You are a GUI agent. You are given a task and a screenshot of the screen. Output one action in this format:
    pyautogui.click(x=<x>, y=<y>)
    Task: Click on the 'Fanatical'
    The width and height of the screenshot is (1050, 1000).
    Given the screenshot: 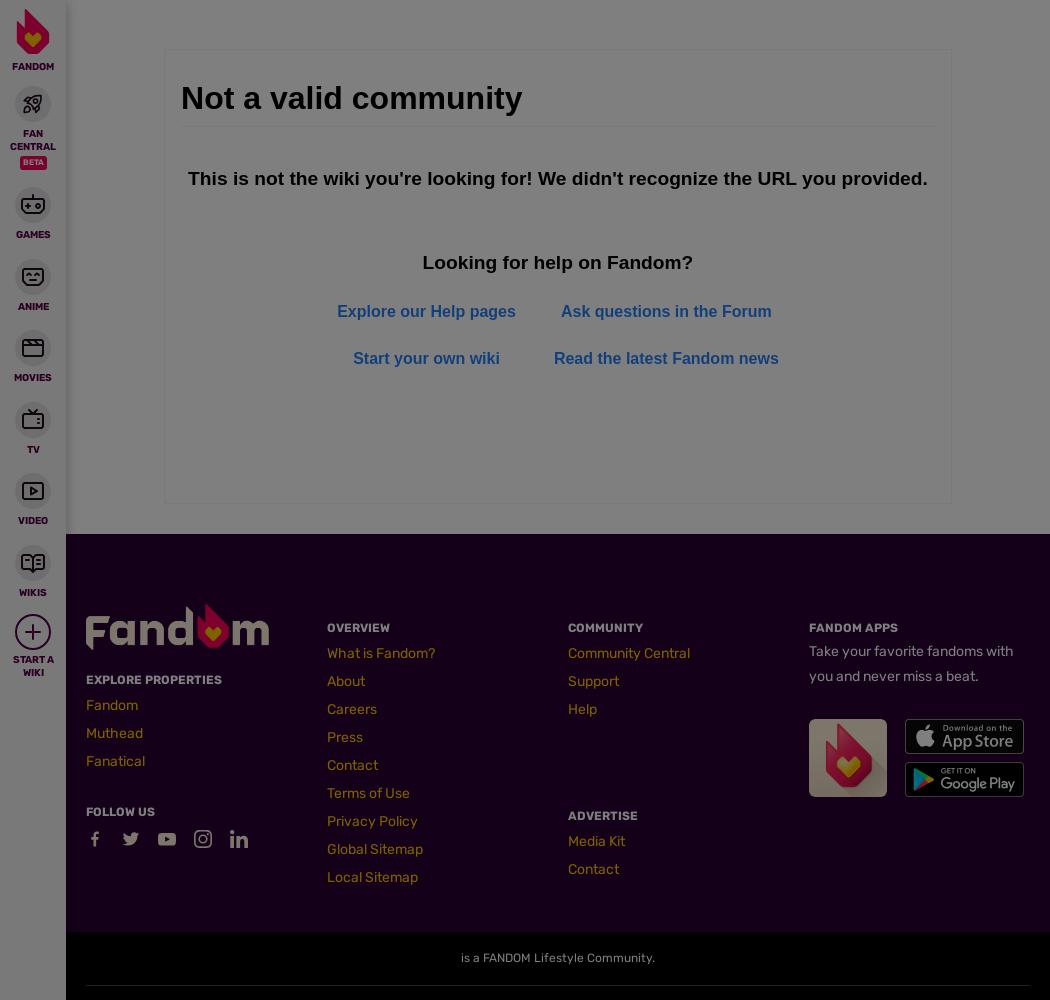 What is the action you would take?
    pyautogui.click(x=114, y=761)
    